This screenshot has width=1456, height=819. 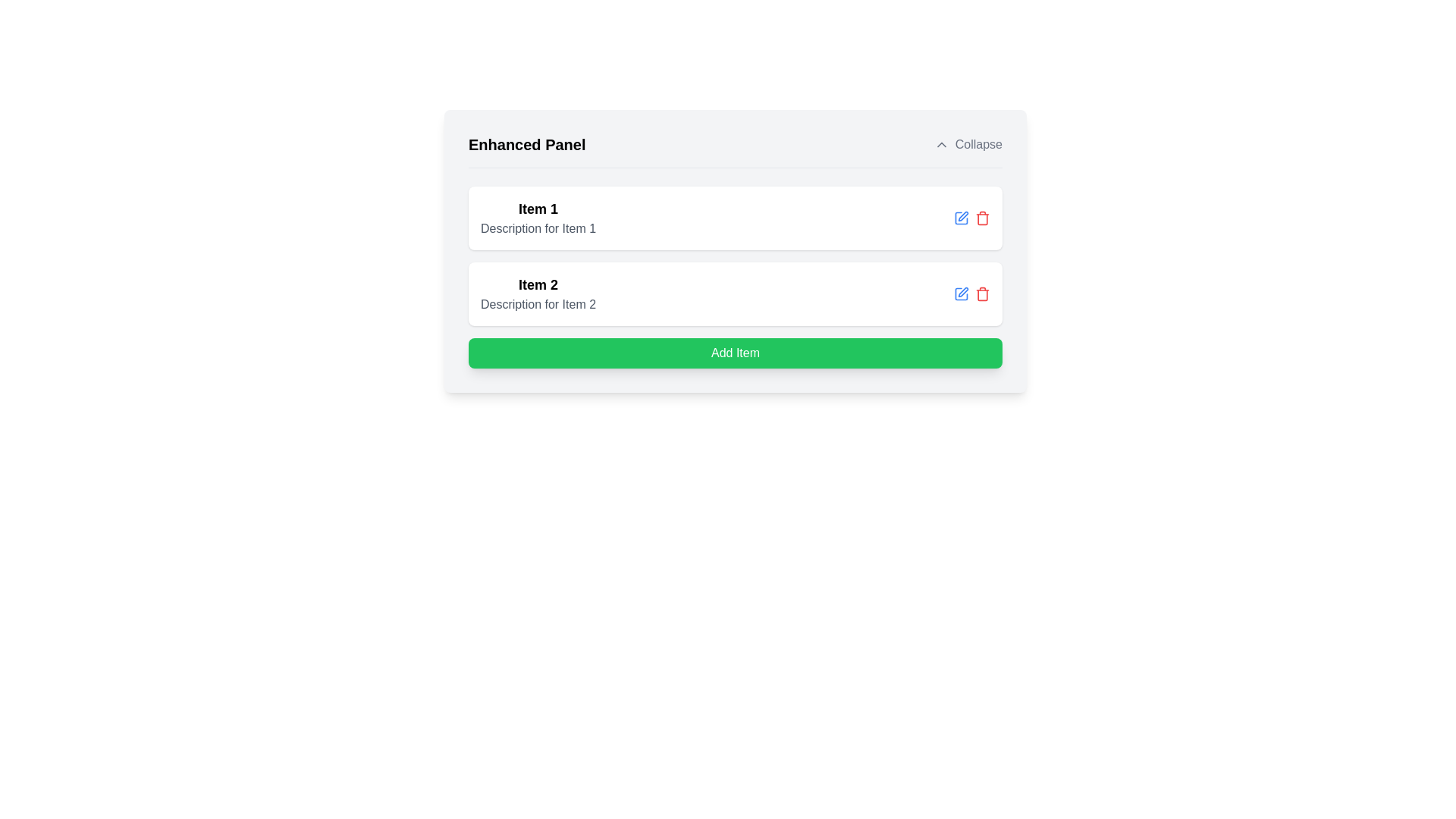 What do you see at coordinates (971, 218) in the screenshot?
I see `the icon button group containing a blue pen icon for editing and a red trash can icon for deleting actions, located at the top-right corner of the 'Item 1' card` at bounding box center [971, 218].